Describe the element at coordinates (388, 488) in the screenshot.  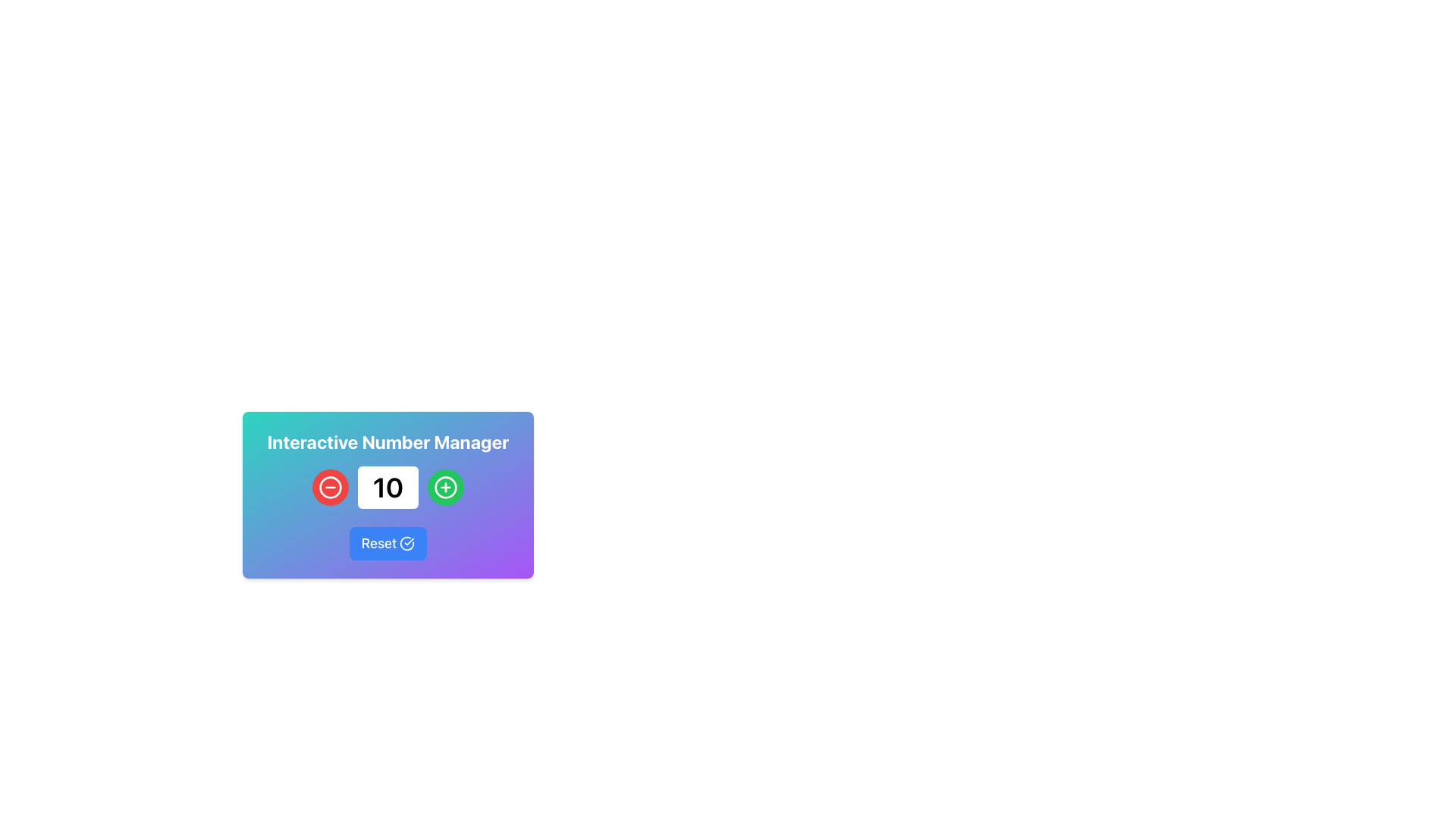
I see `the Static display information box, which indicates the current numerical value managed by the adjacent increment and decrement buttons in the 'Interactive Number Manager' section` at that location.